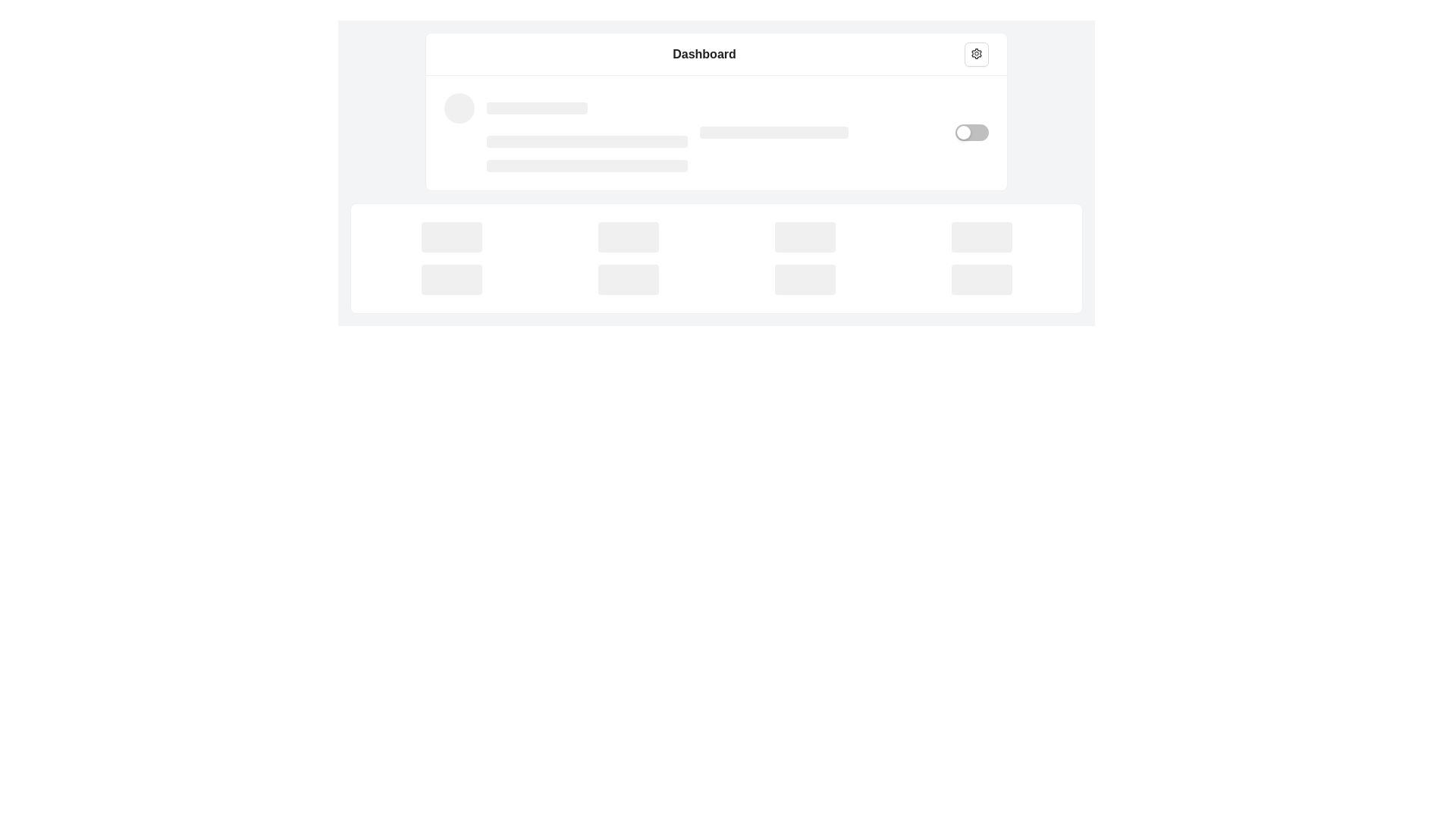 Image resolution: width=1456 pixels, height=819 pixels. I want to click on the Skeleton placeholder located in the bottom-most row and last column of the 4x4 grid layout, so click(981, 280).